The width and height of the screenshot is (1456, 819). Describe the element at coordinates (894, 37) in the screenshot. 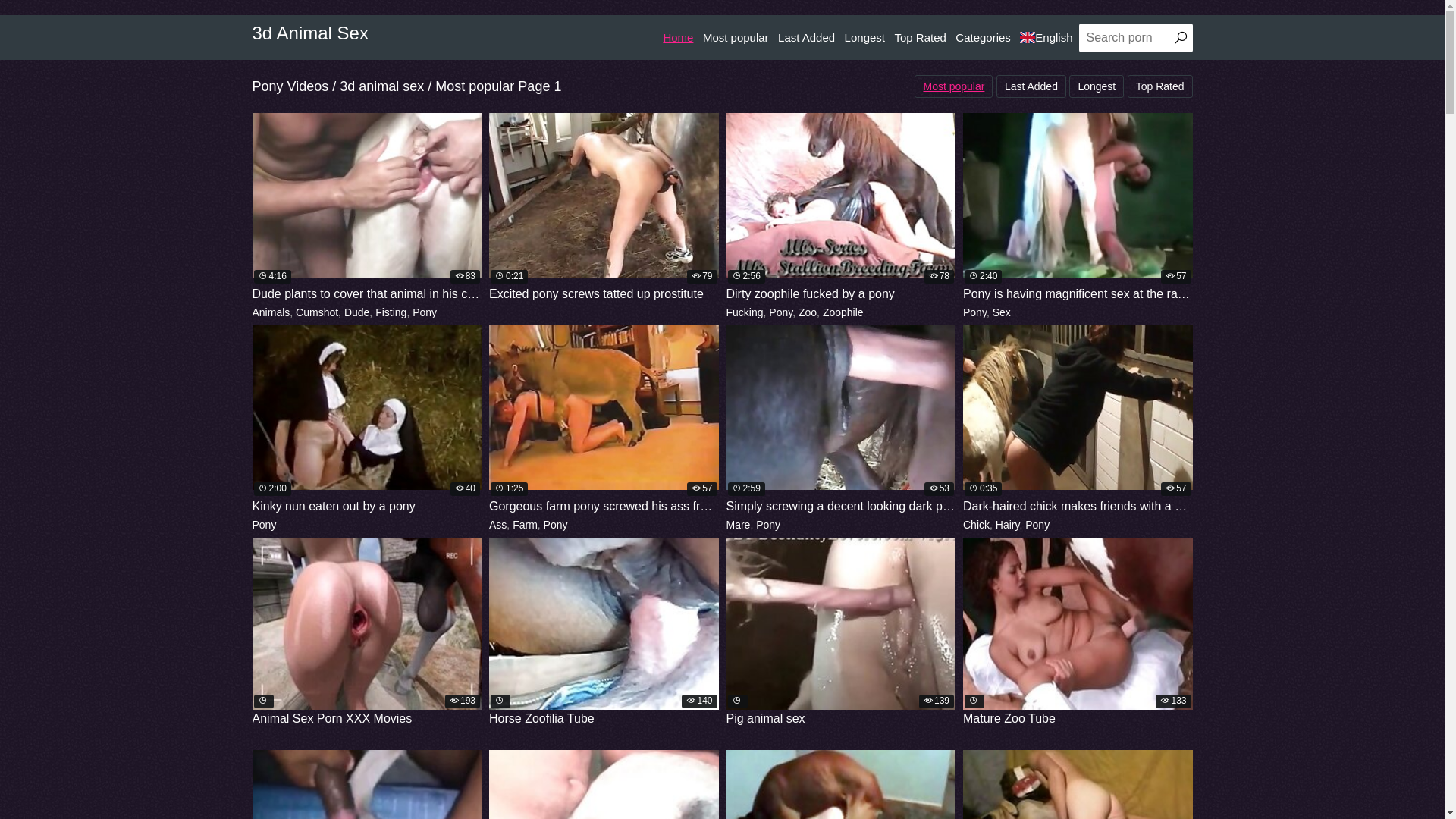

I see `'Top Rated'` at that location.